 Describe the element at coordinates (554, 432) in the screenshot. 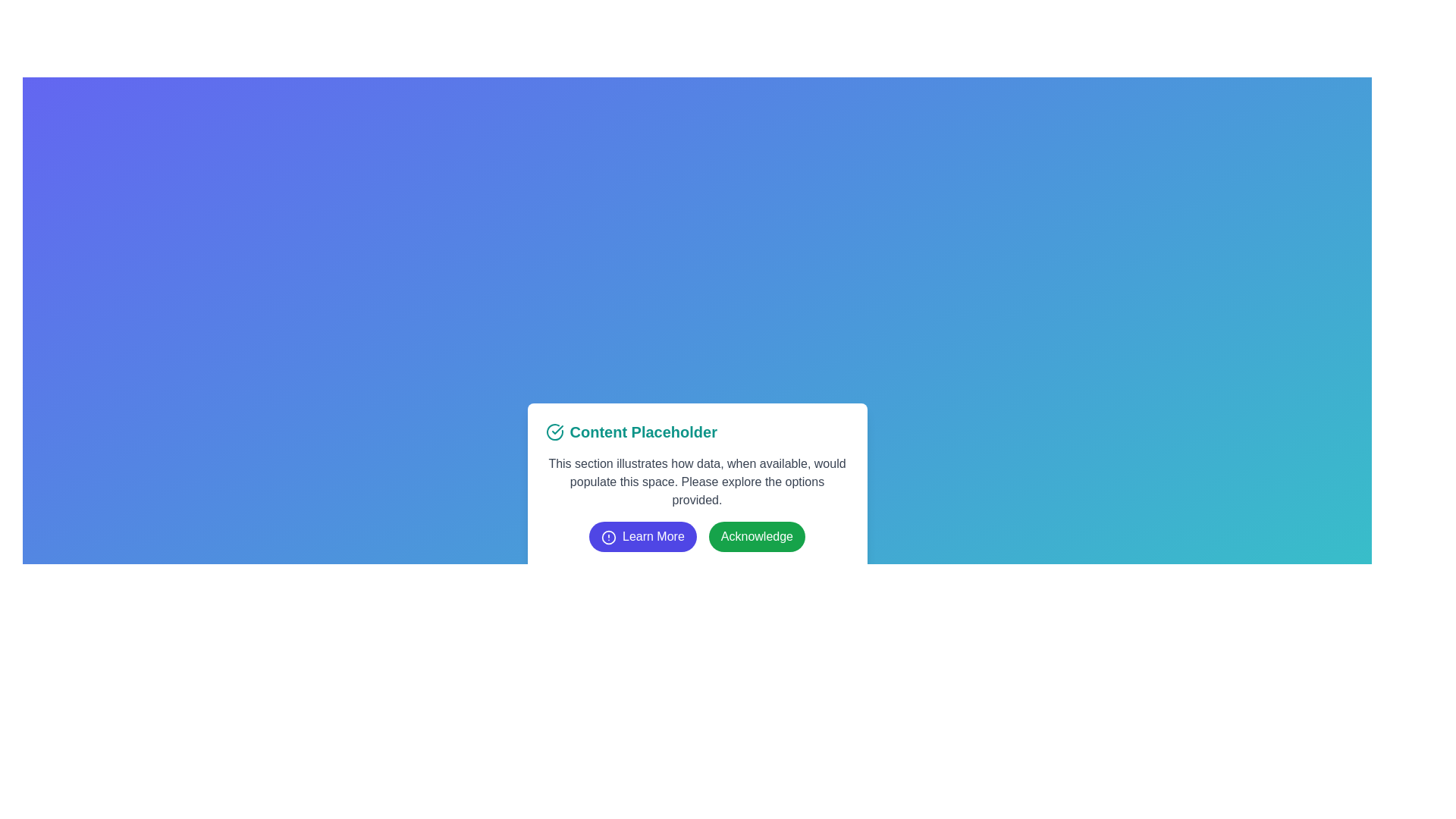

I see `the confirmation icon located to the left of the 'Content Placeholder' text in the upper-left corner of its group within the pop-up component` at that location.